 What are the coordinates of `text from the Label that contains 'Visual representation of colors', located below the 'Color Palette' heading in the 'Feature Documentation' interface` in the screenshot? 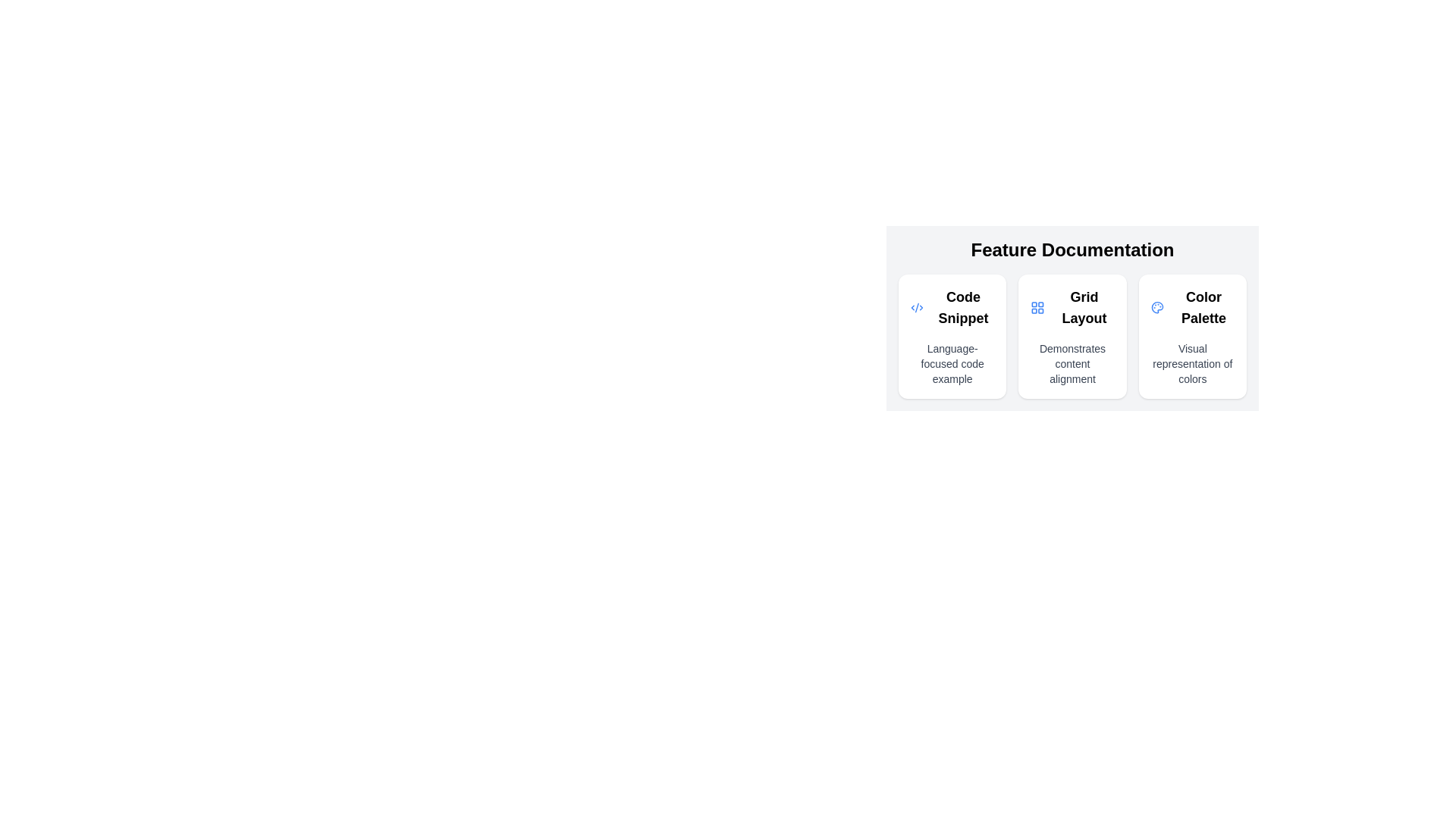 It's located at (1191, 363).